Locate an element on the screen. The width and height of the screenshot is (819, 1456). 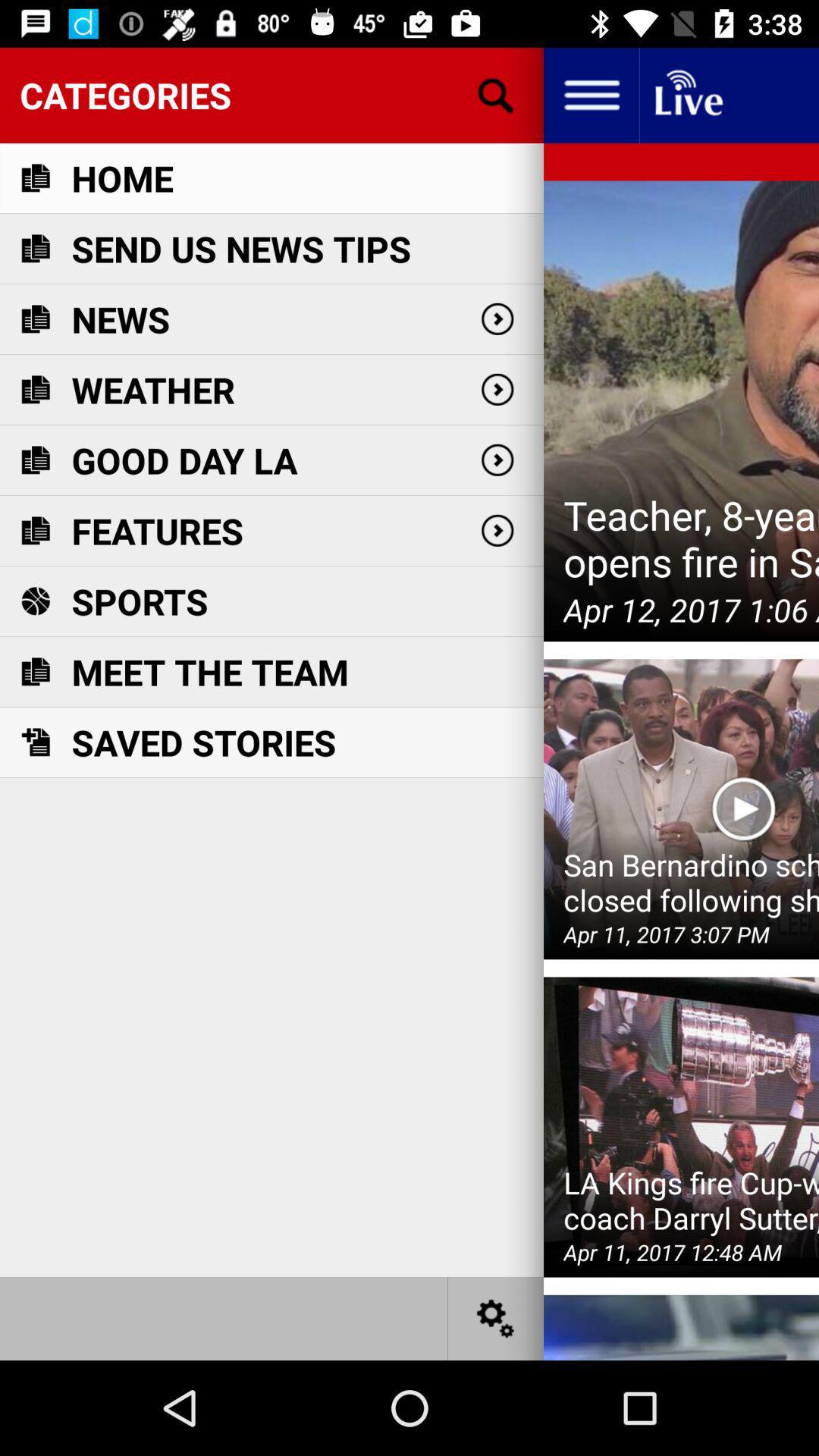
icon below features is located at coordinates (140, 601).